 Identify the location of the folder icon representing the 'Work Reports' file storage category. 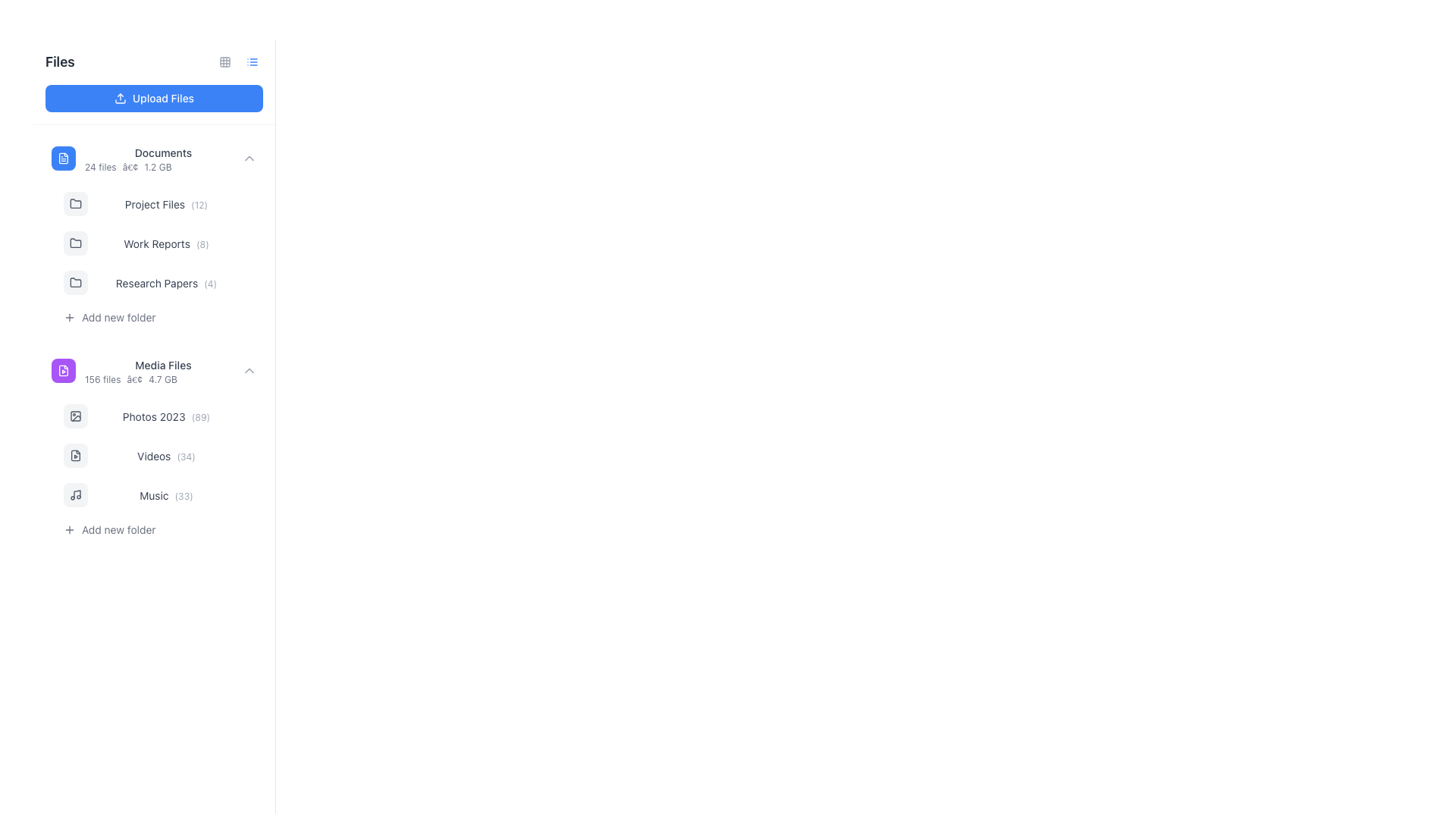
(75, 242).